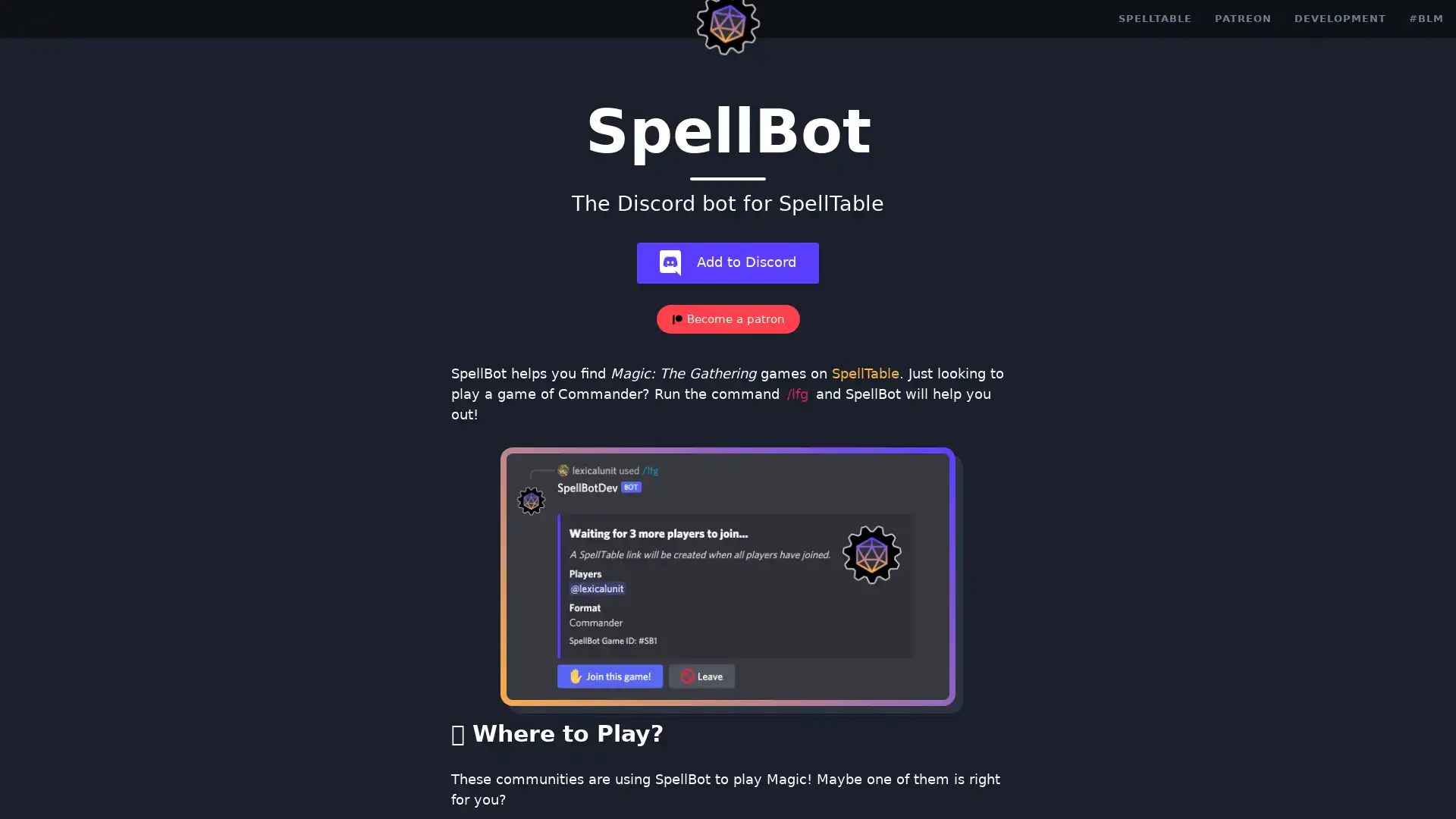  What do you see at coordinates (728, 262) in the screenshot?
I see `add-bot Add to Discord` at bounding box center [728, 262].